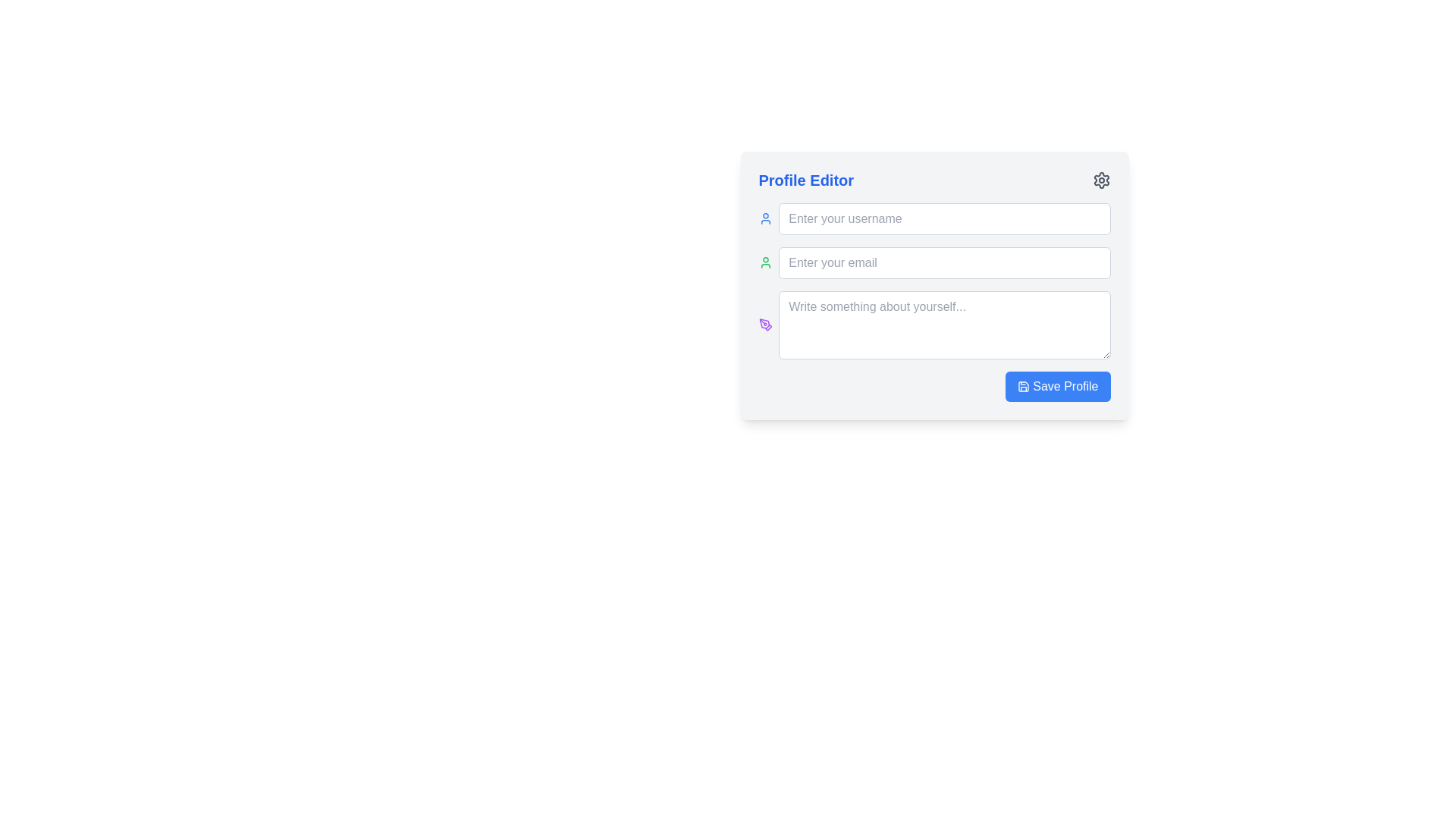 This screenshot has width=1456, height=819. Describe the element at coordinates (765, 324) in the screenshot. I see `the decorative icon located to the left of the text area with the placeholder 'Write something about yourself...' in the 'Profile Editor' modal` at that location.